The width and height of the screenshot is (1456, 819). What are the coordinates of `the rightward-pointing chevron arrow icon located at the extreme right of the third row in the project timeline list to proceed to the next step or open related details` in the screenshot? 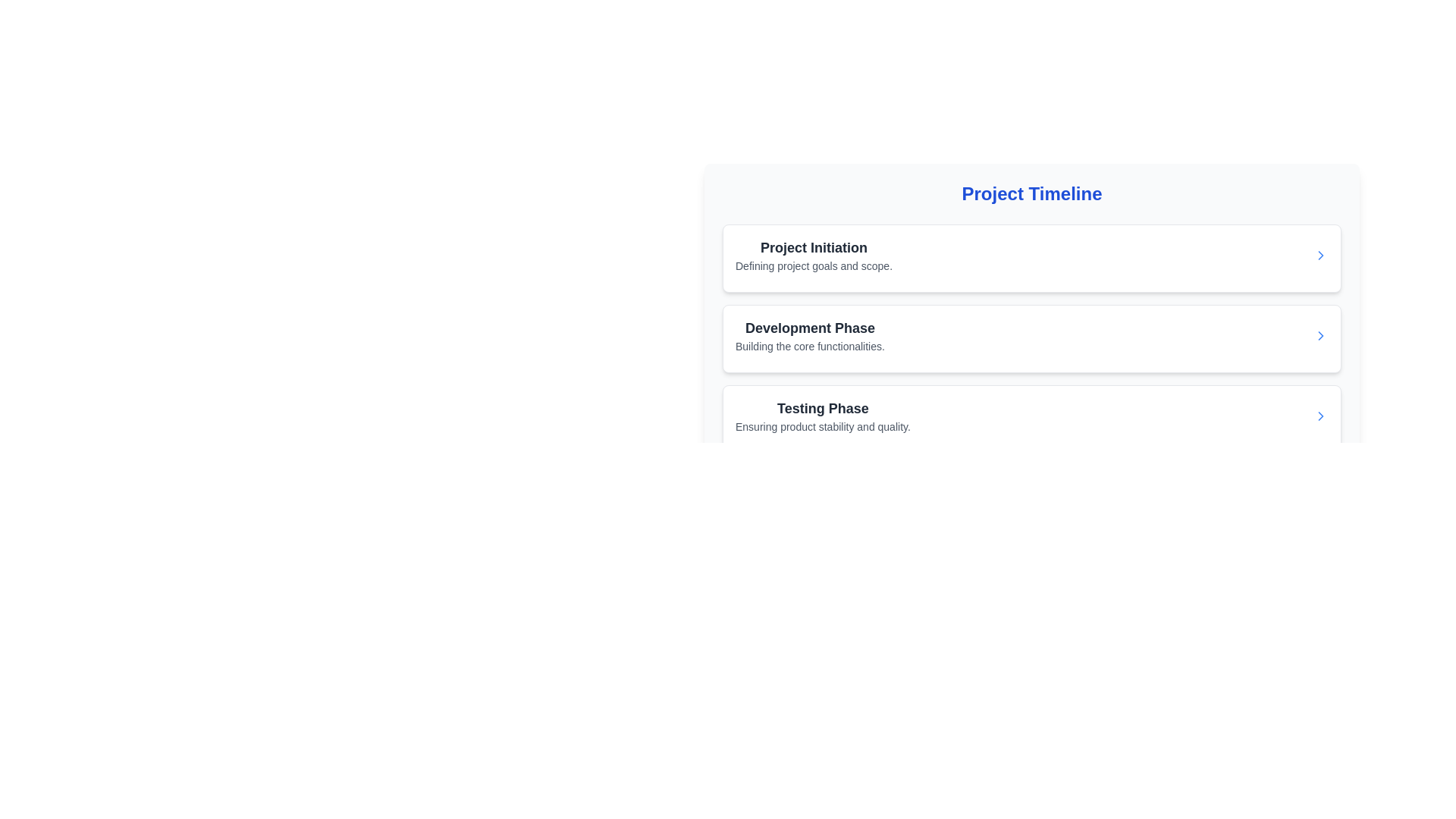 It's located at (1320, 416).